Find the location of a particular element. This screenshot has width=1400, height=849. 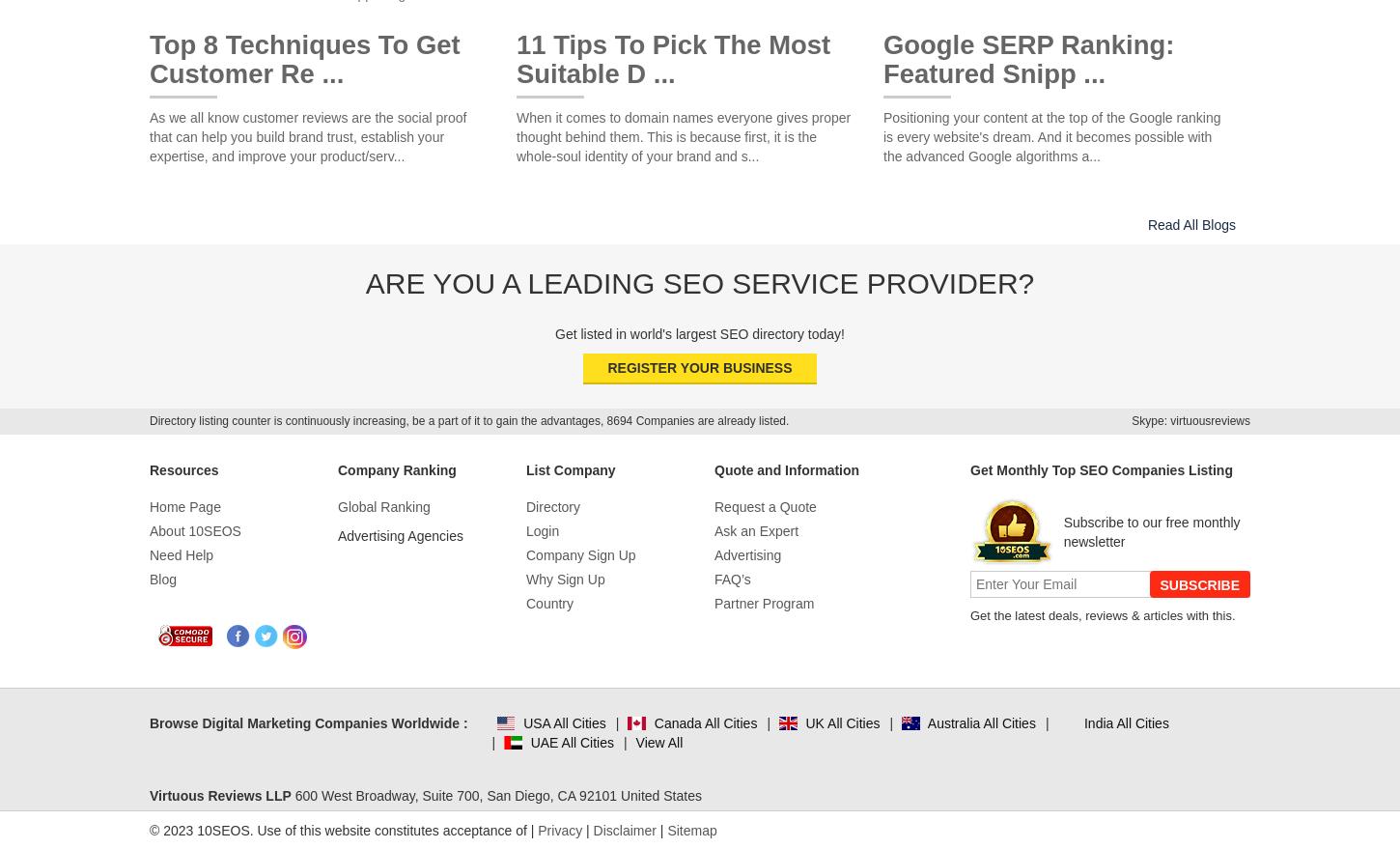

'Directory' is located at coordinates (553, 507).